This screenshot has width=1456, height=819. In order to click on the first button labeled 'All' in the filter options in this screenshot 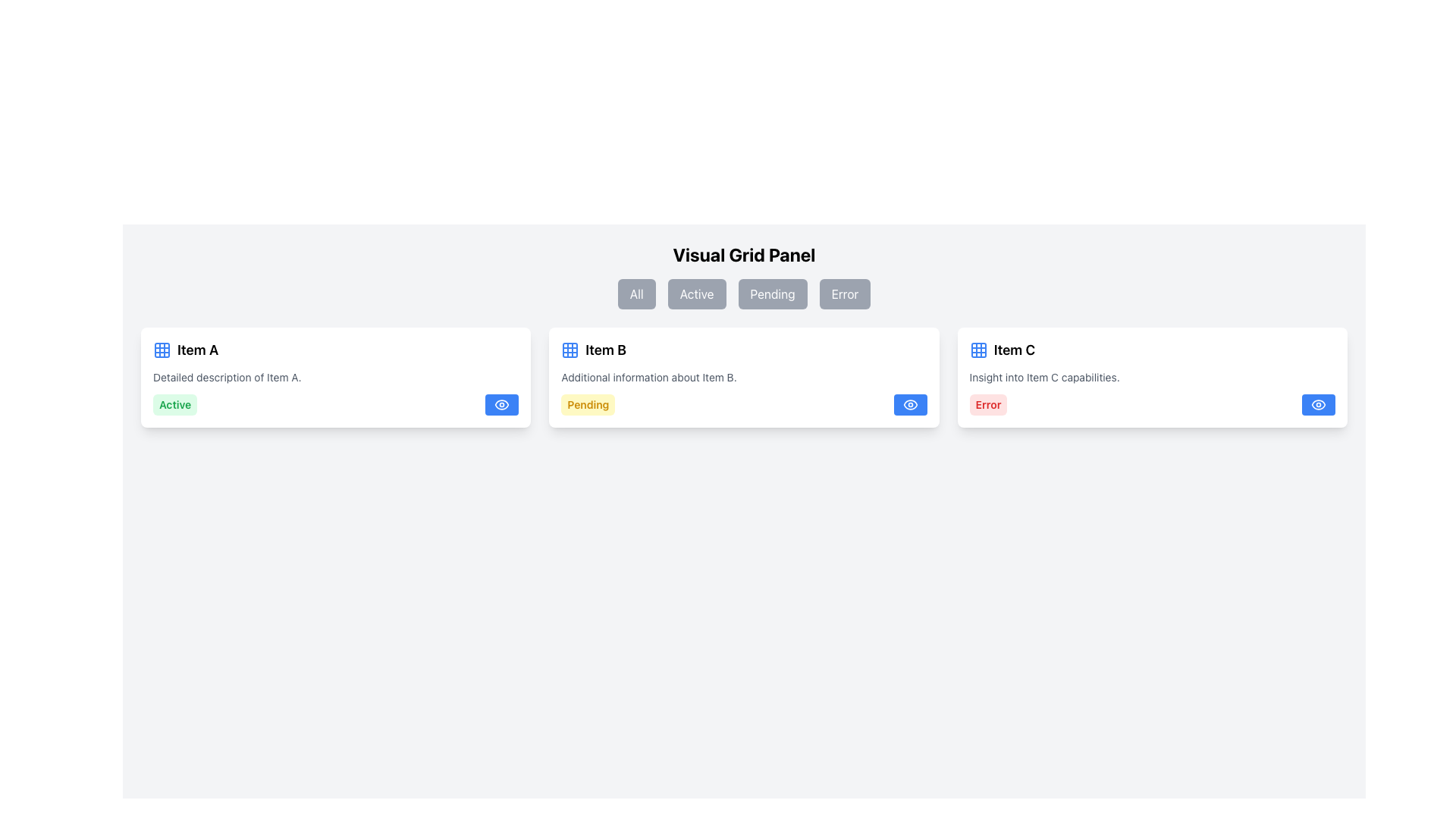, I will do `click(636, 294)`.